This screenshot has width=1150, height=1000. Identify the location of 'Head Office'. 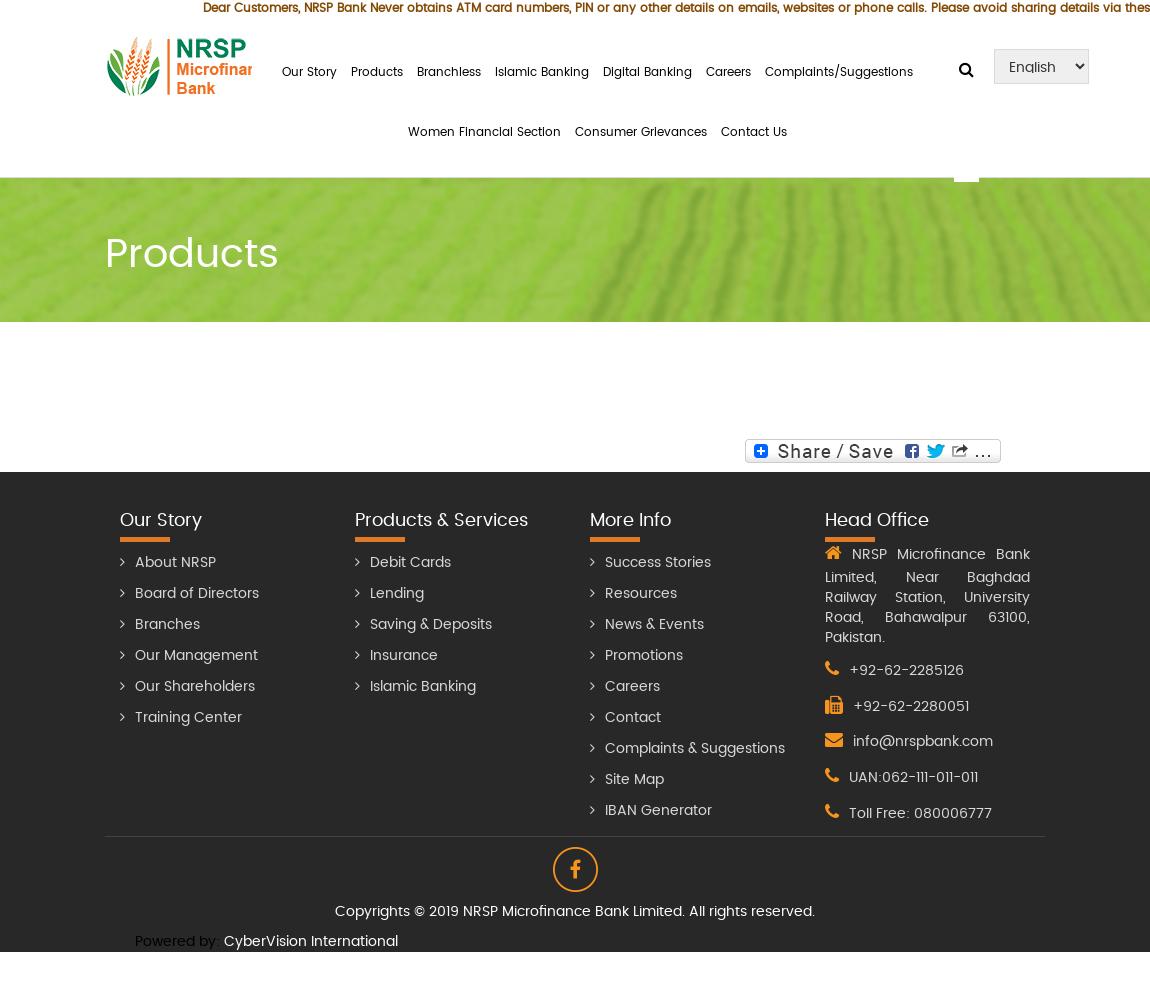
(876, 521).